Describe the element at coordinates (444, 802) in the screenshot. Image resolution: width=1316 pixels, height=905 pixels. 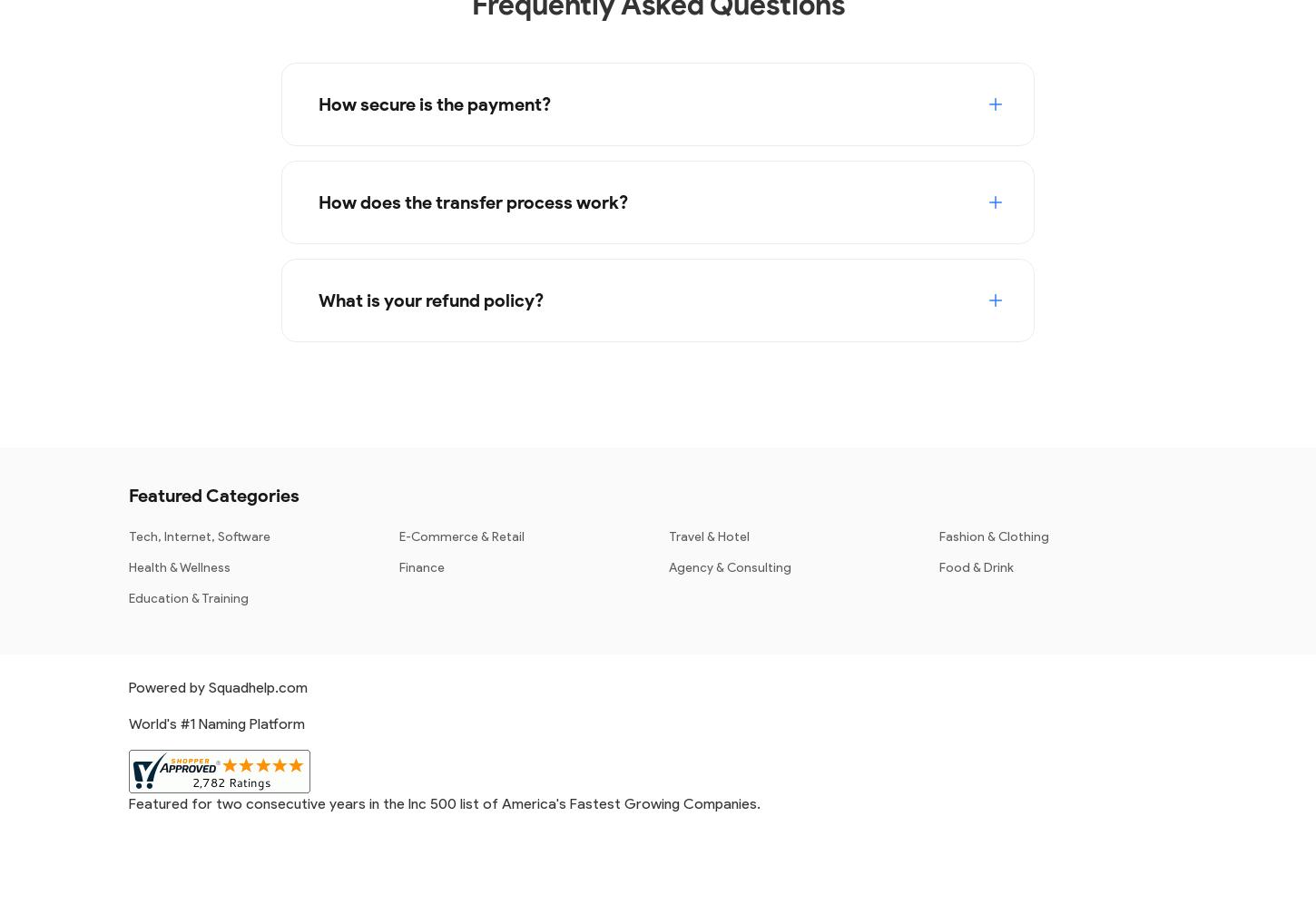
I see `'Featured for two consecutive years in the Inc 500 list of America's Fastest Growing Companies.'` at that location.